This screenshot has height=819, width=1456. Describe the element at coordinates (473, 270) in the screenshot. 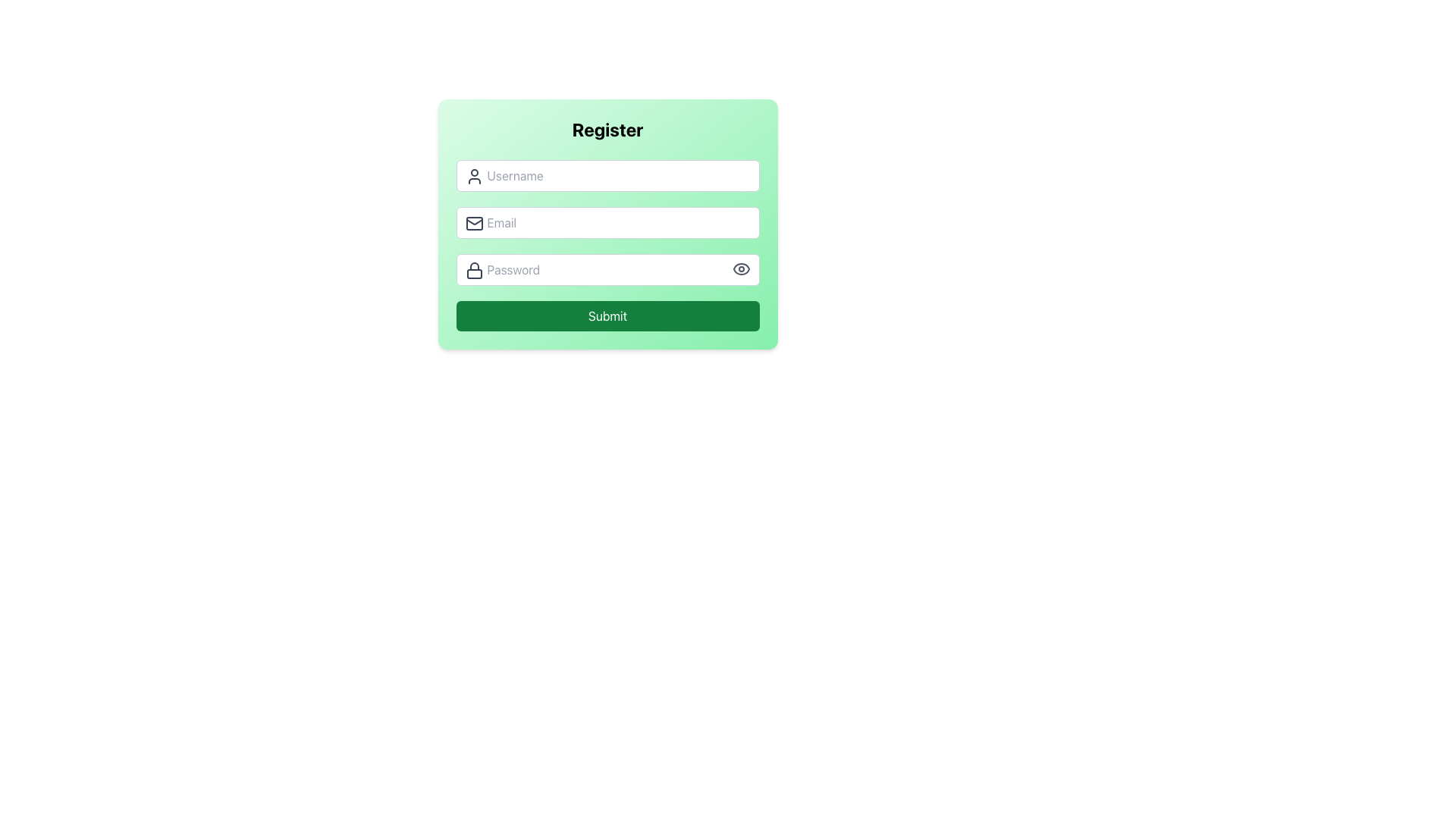

I see `the password field icon, which is located to the left of the text entry area within the password input field, aligning with the placeholder text 'Password'` at that location.